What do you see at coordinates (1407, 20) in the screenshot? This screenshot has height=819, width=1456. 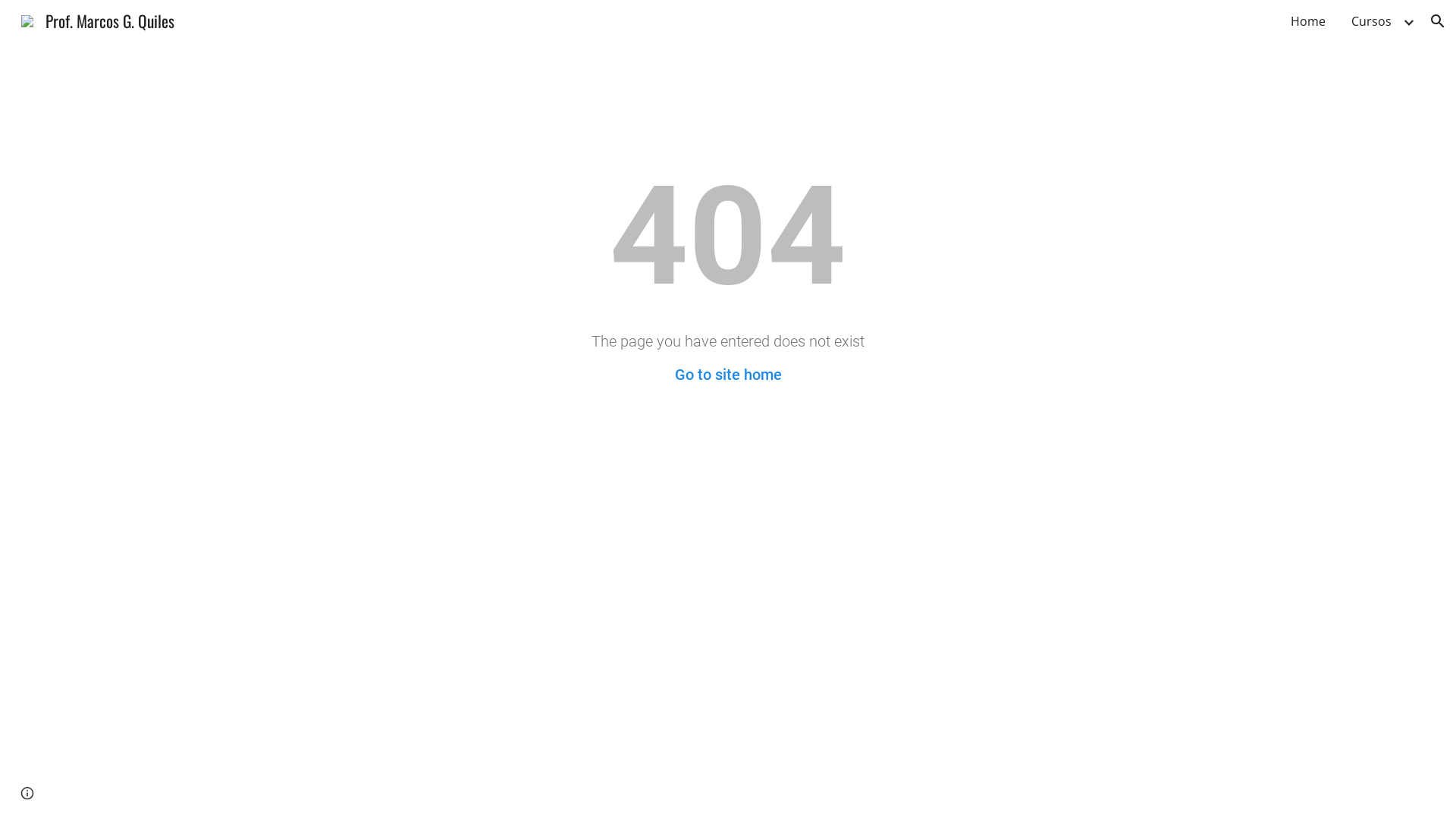 I see `'Expand/Collapse'` at bounding box center [1407, 20].